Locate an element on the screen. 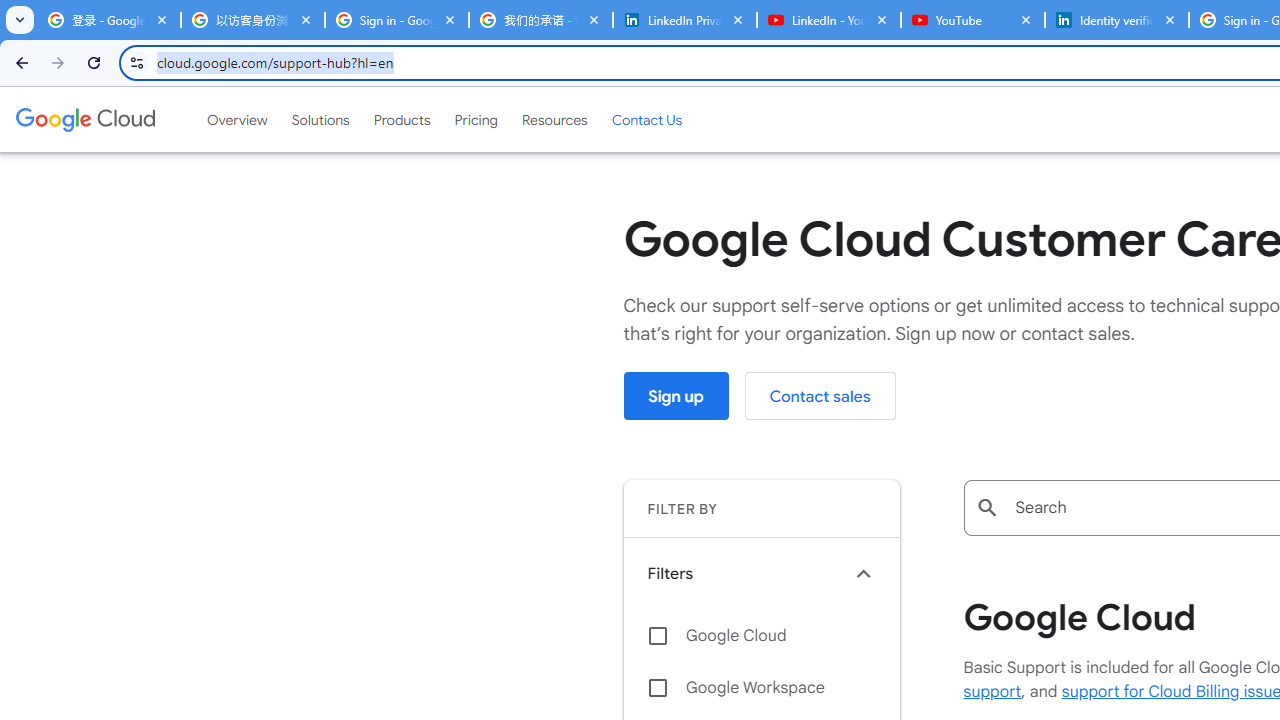 The image size is (1280, 720). 'Filters keyboard_arrow_up' is located at coordinates (760, 573).